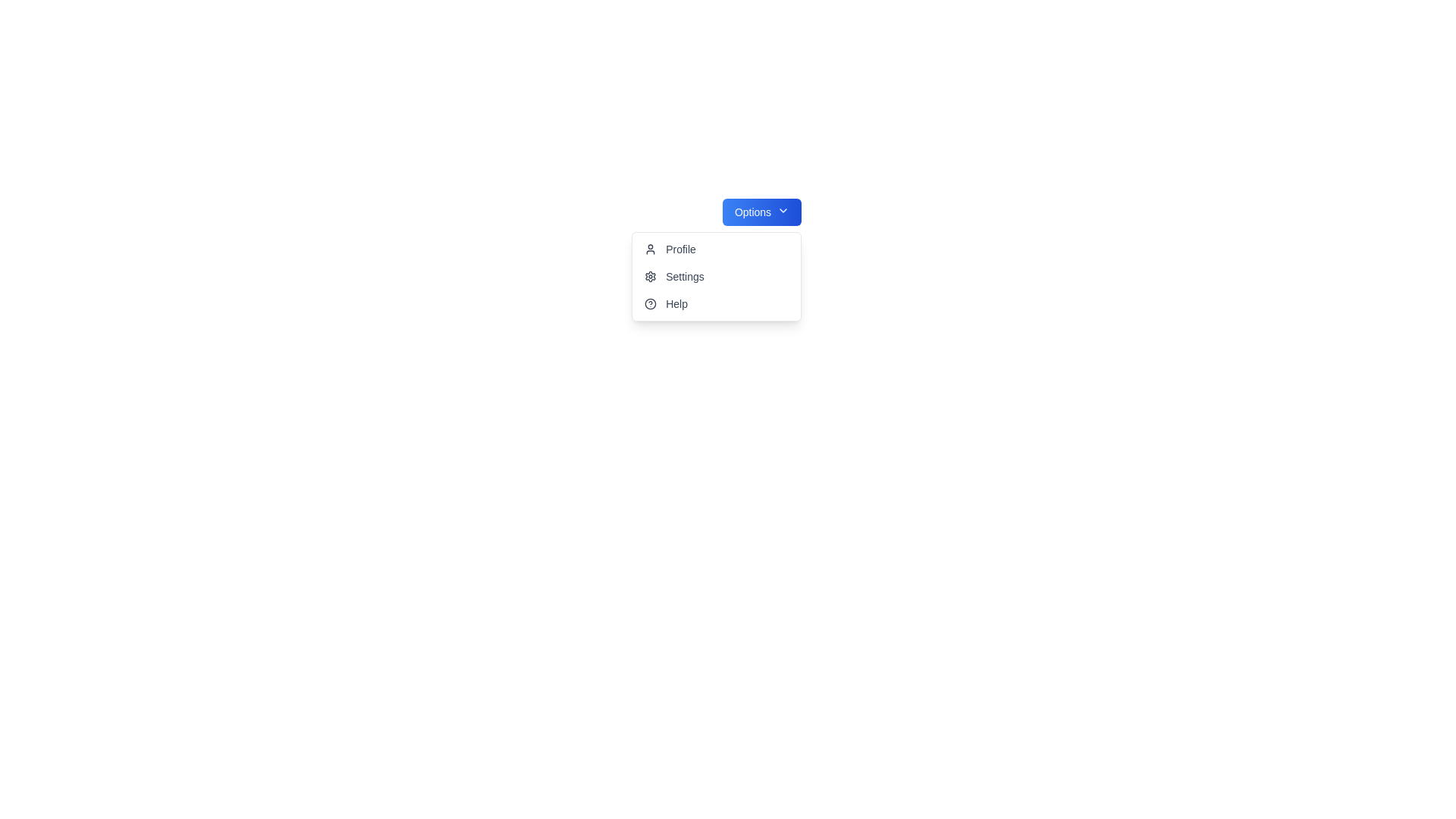  I want to click on the 'Profile' button located, so click(716, 248).